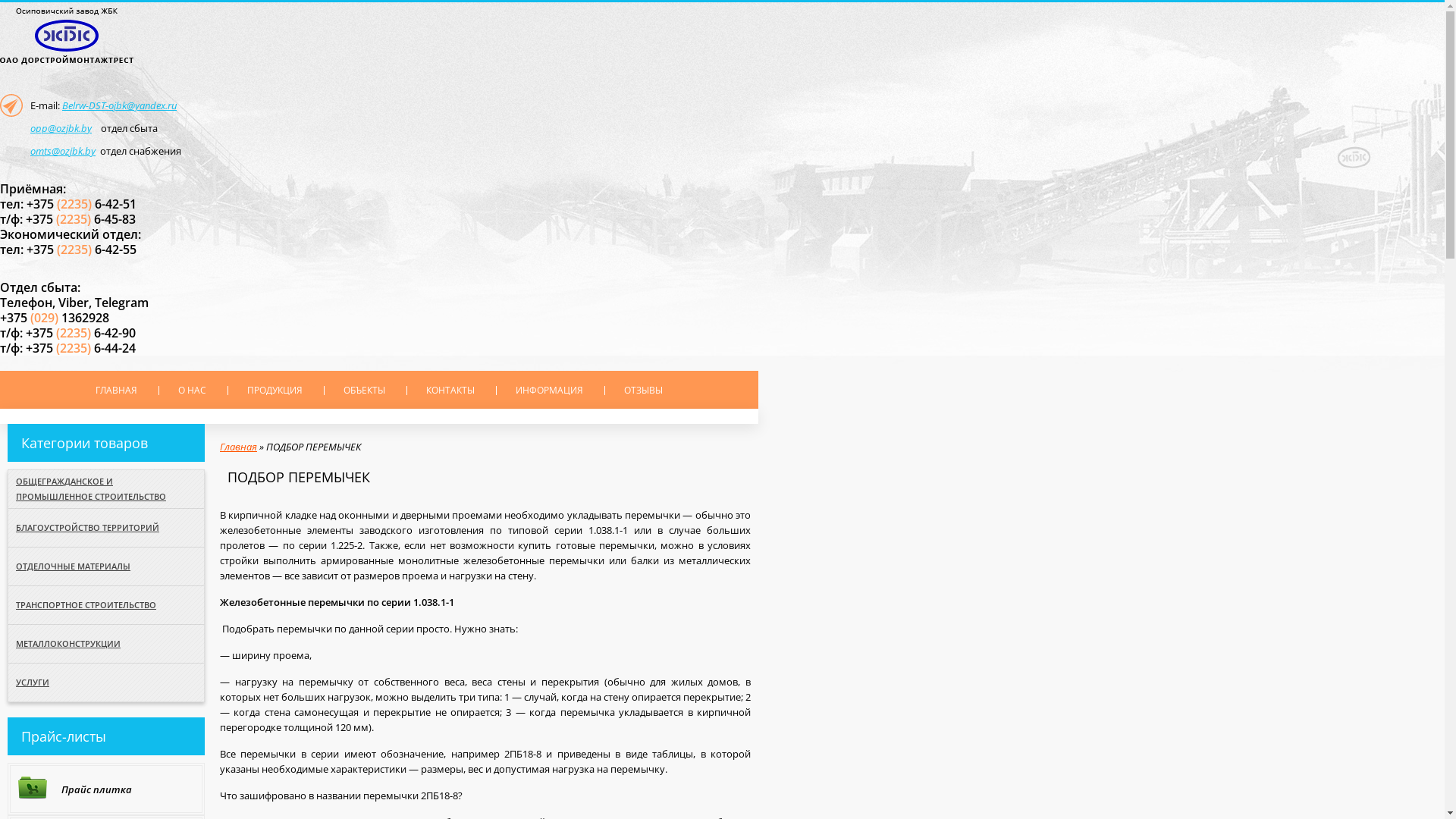 Image resolution: width=1456 pixels, height=819 pixels. Describe the element at coordinates (61, 127) in the screenshot. I see `'opp@ozjbk.by'` at that location.